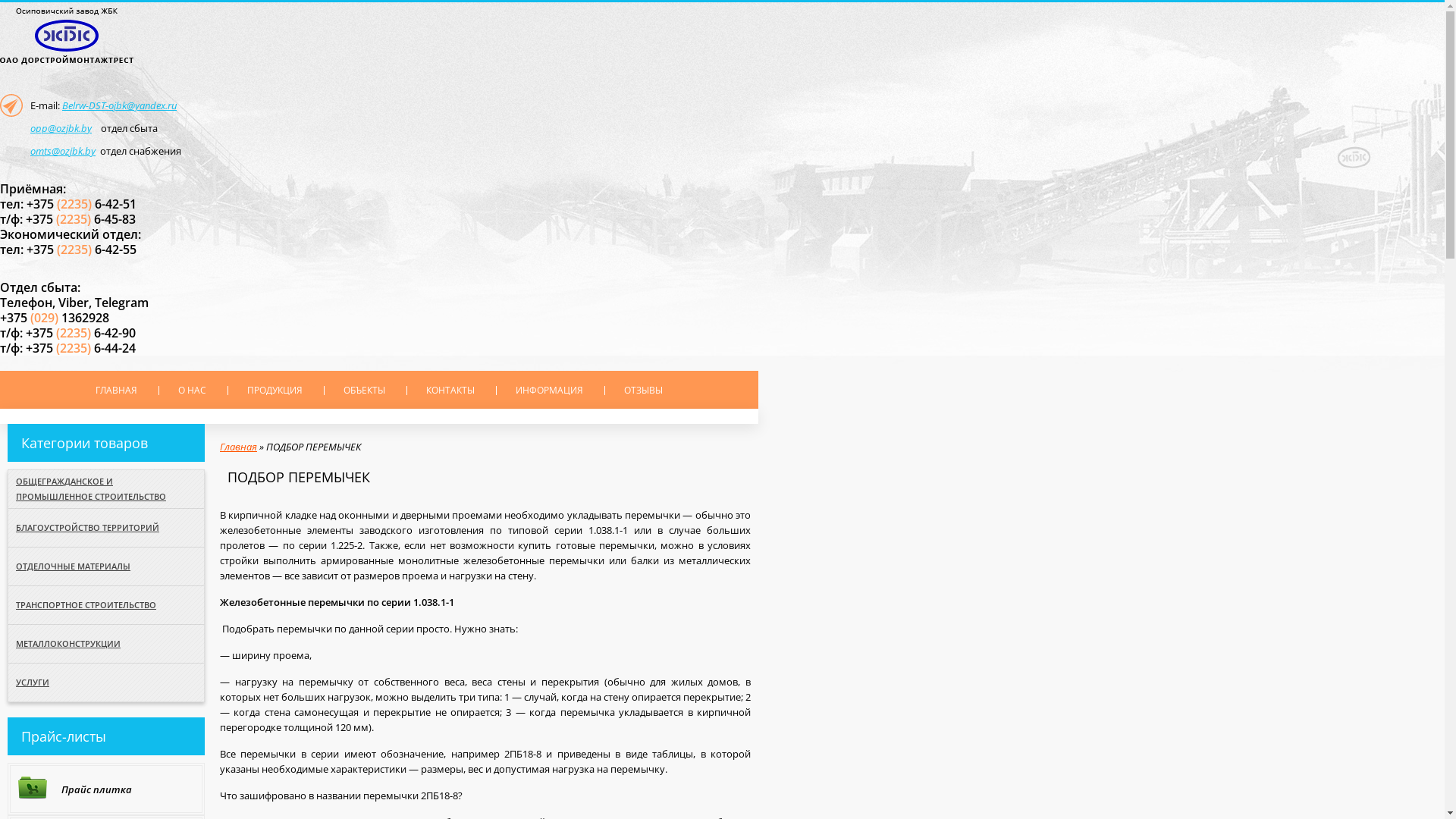 Image resolution: width=1456 pixels, height=819 pixels. Describe the element at coordinates (61, 127) in the screenshot. I see `'opp@ozjbk.by'` at that location.